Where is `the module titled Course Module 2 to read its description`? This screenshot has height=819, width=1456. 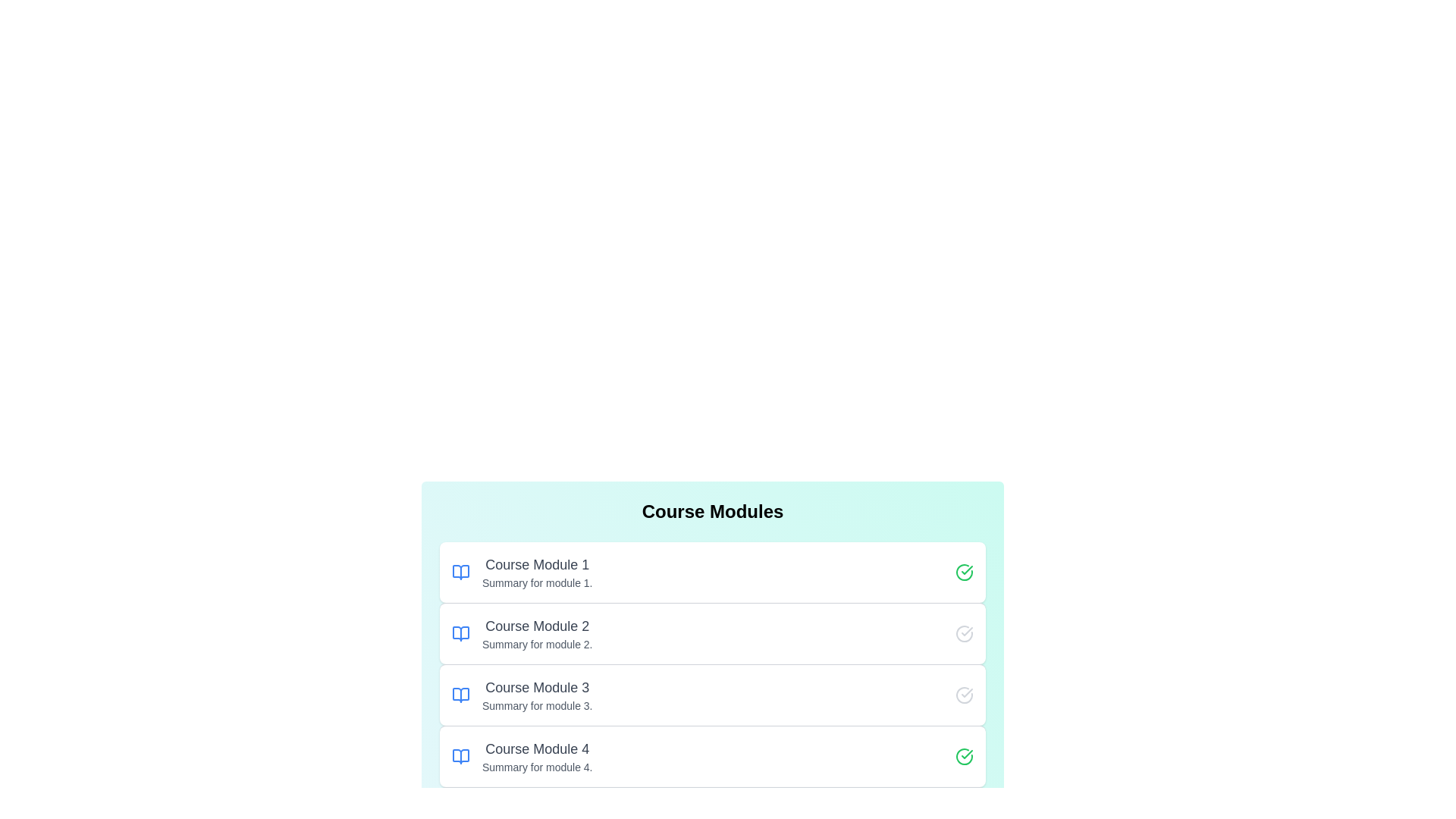
the module titled Course Module 2 to read its description is located at coordinates (712, 633).